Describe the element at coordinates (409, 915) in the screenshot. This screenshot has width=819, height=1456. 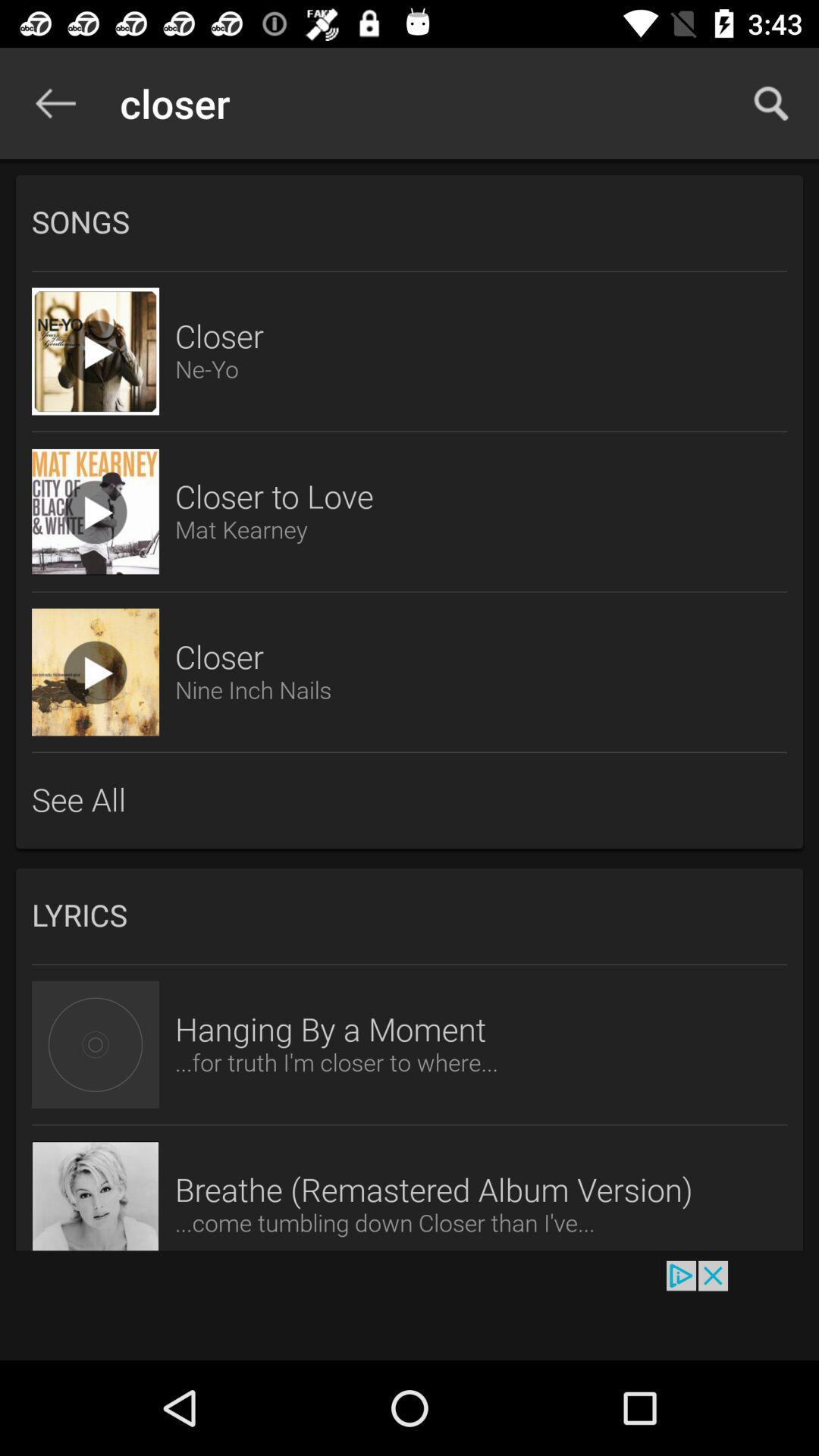
I see `the lyrics` at that location.